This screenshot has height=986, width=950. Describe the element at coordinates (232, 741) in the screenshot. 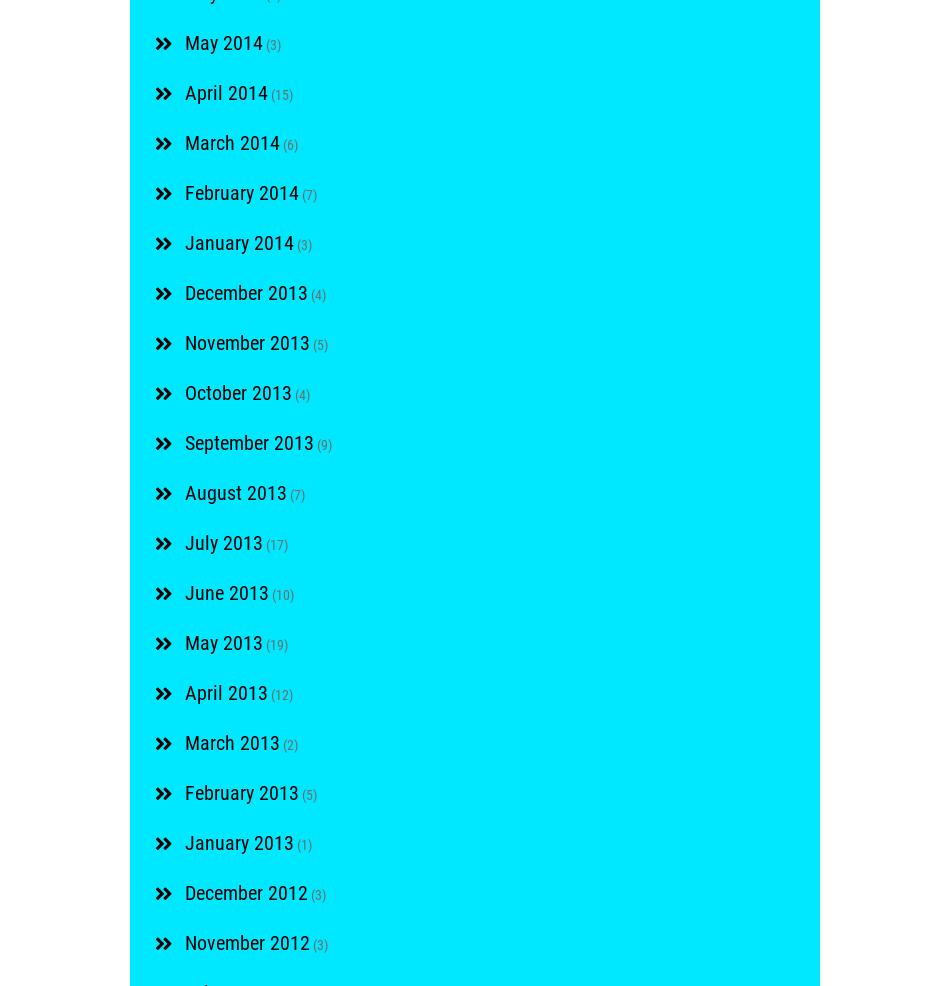

I see `'March 2013'` at that location.